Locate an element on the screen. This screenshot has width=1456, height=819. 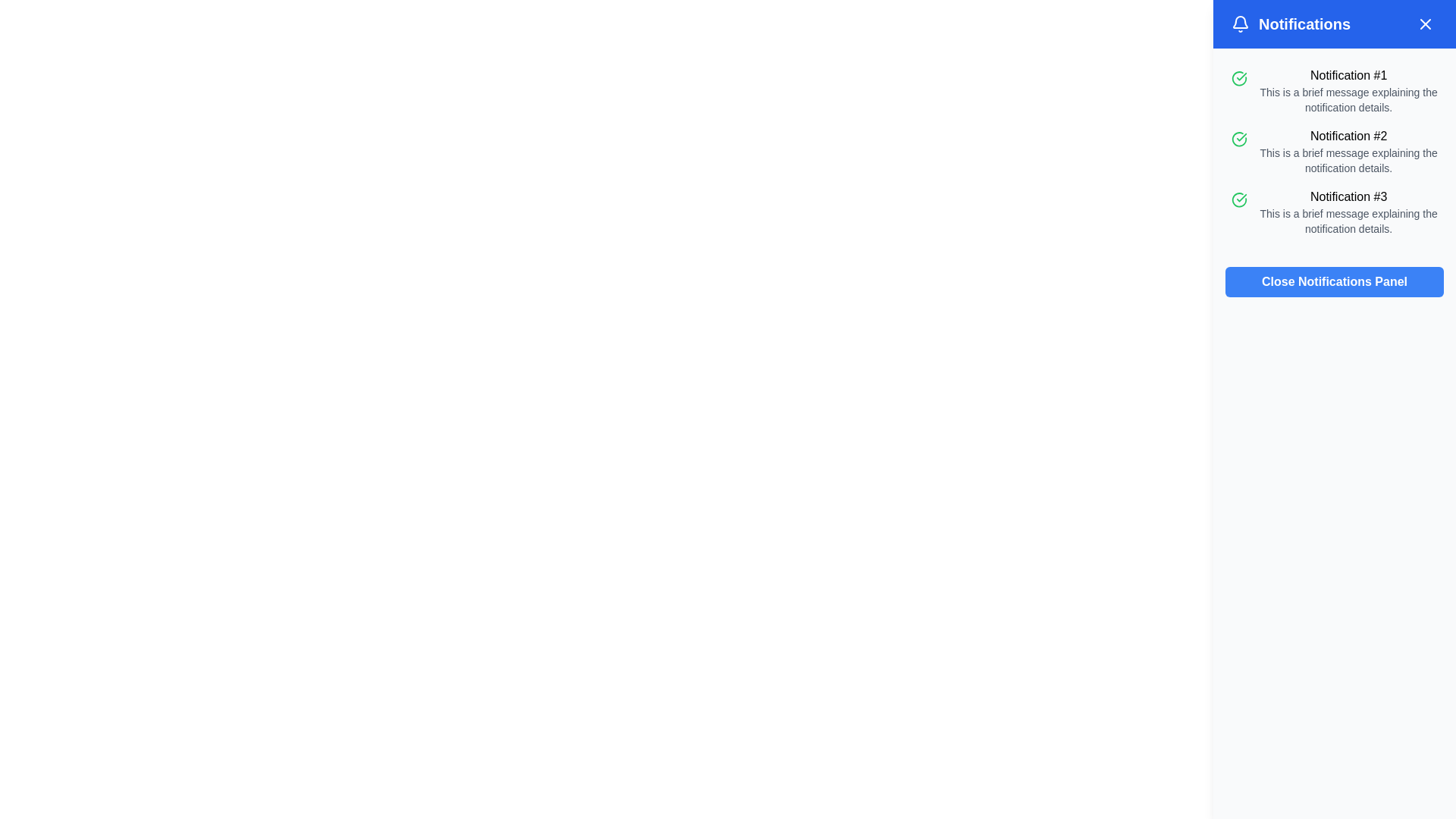
the status icon located to the left of the notification text in the third entry of the 'Notifications' panel, which indicates a completed or successful action is located at coordinates (1239, 199).